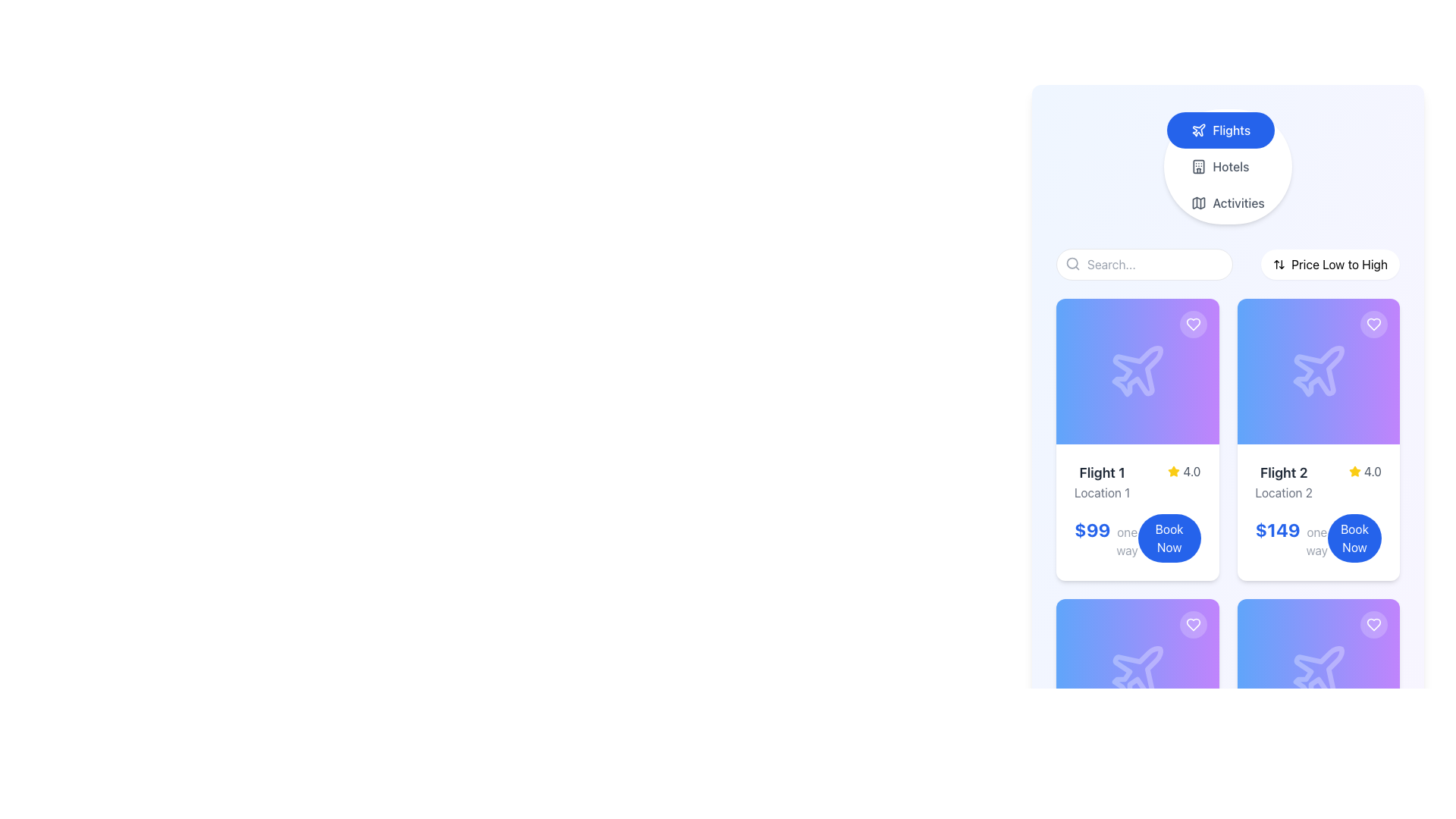 This screenshot has width=1456, height=819. What do you see at coordinates (1317, 671) in the screenshot?
I see `the SVG graphic of a plane icon, which is located in the last card of the second row in a 2x2 grid layout, centered near the top of the card, just below the heart icon in the top-right corner` at bounding box center [1317, 671].